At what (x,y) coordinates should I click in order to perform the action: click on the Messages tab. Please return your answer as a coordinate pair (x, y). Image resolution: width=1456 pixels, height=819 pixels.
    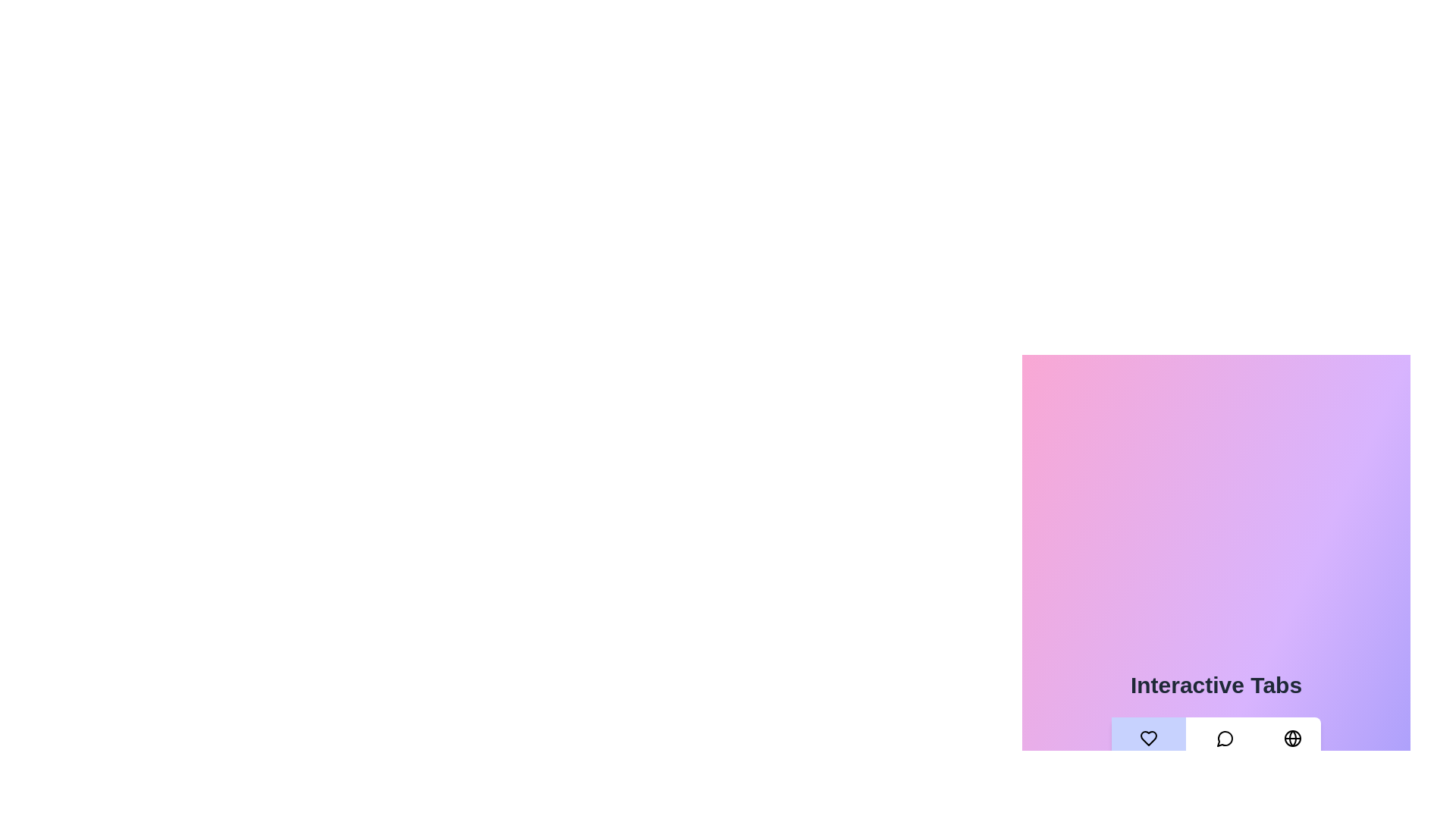
    Looking at the image, I should click on (1225, 751).